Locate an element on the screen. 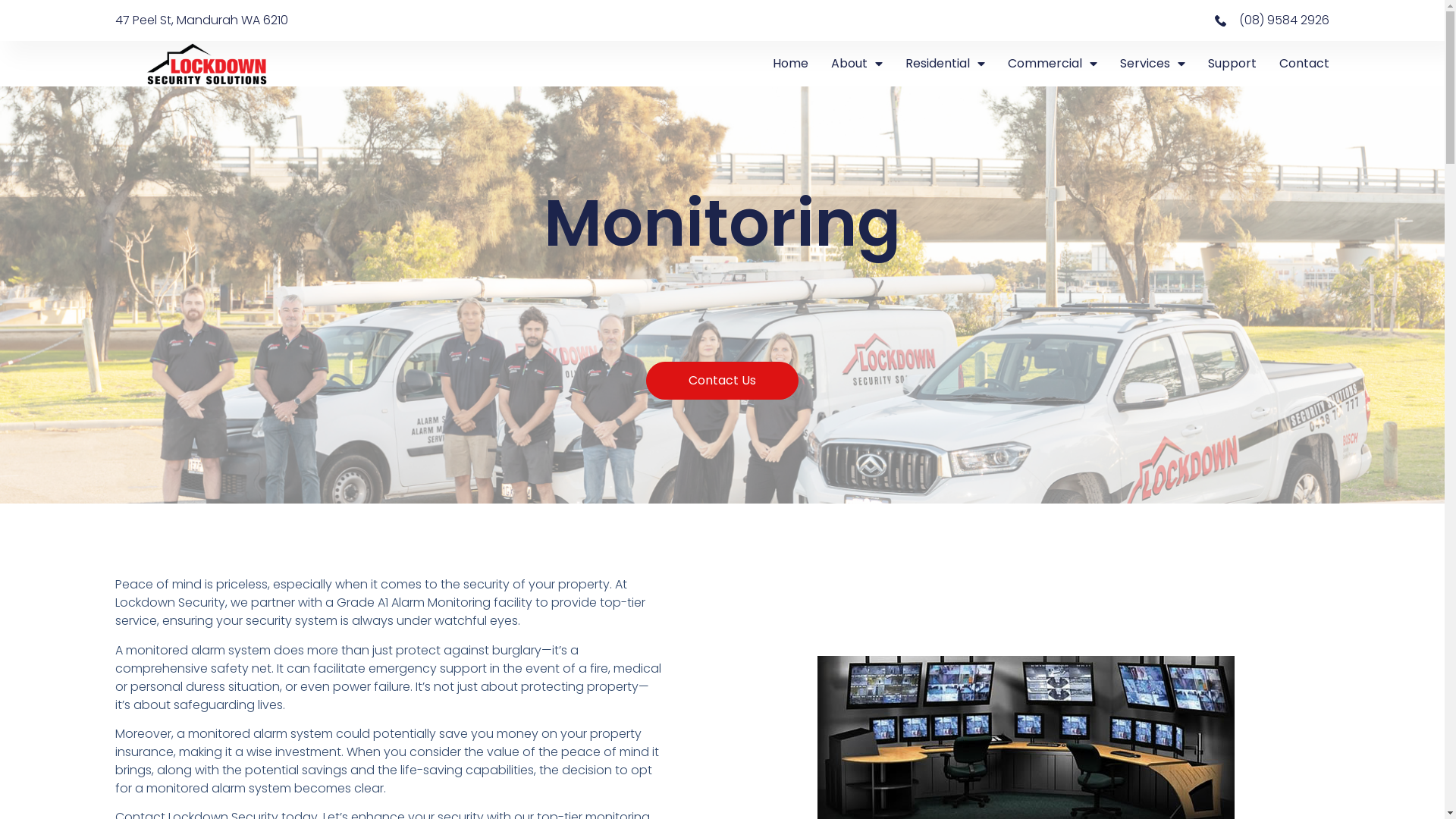  'About' is located at coordinates (830, 63).